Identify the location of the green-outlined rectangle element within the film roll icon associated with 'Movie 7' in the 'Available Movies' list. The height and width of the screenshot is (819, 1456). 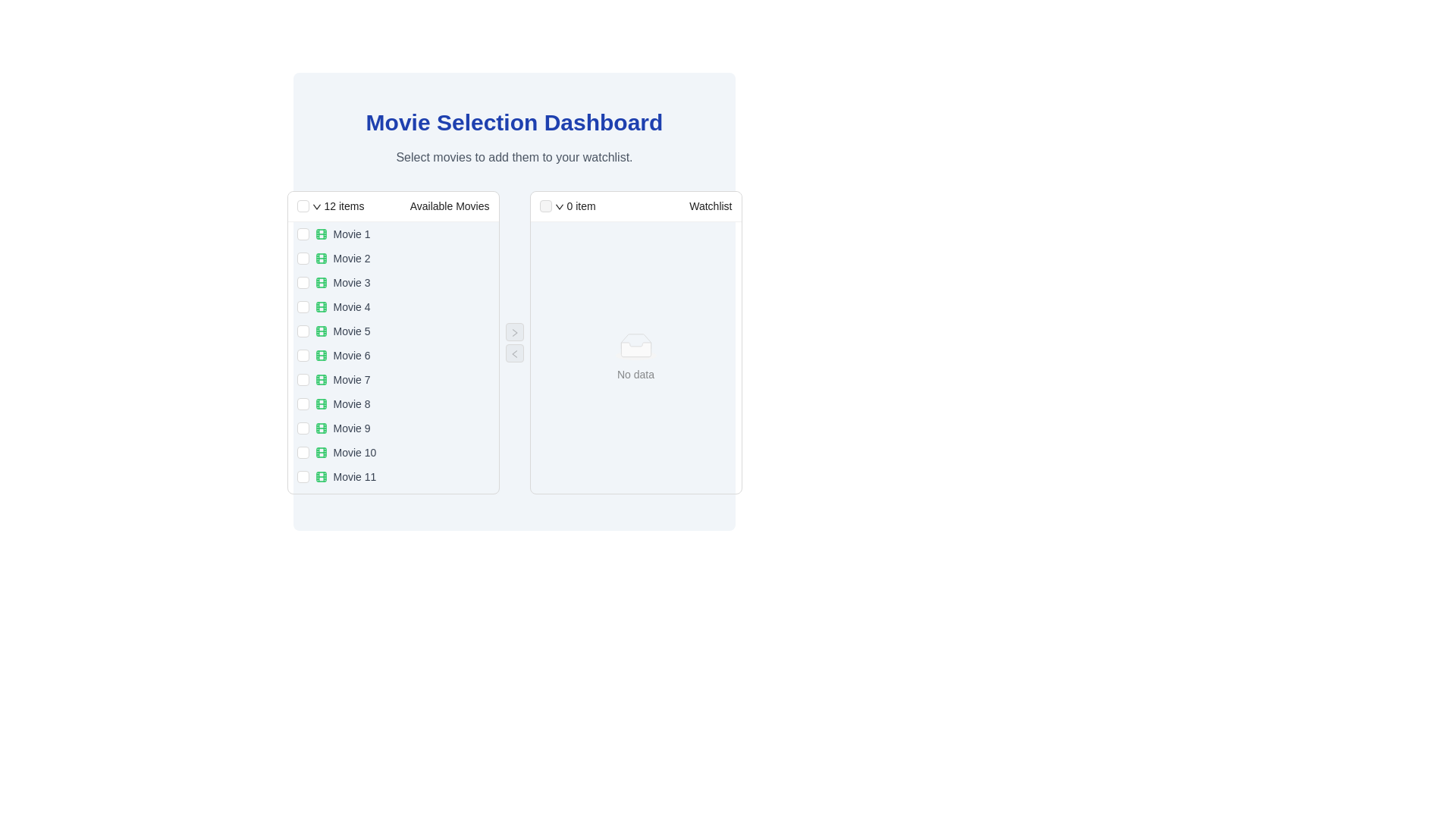
(320, 379).